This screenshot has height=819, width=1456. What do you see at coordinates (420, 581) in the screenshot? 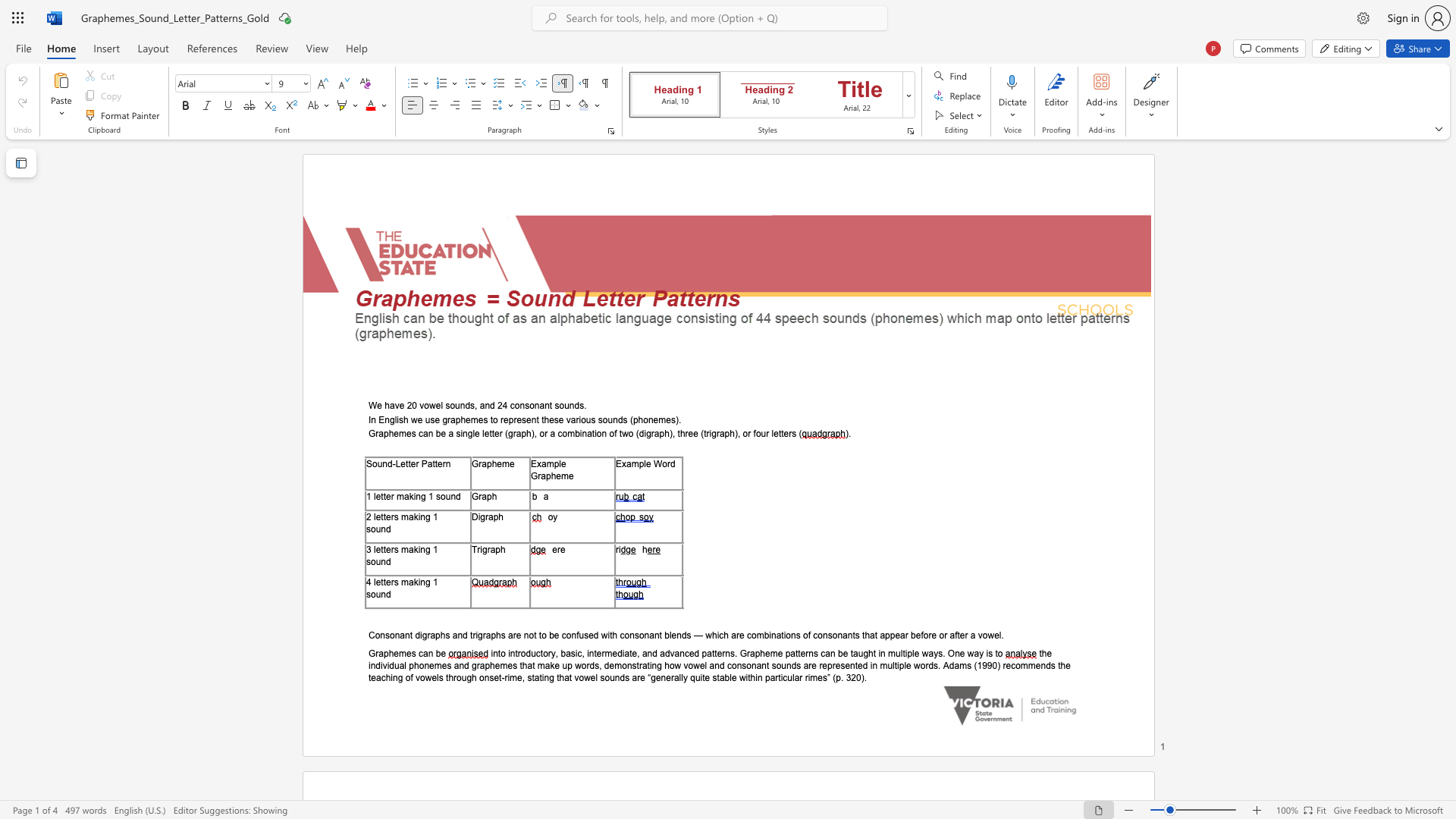
I see `the subset text "ng" within the text "4 letters making 1 sound"` at bounding box center [420, 581].